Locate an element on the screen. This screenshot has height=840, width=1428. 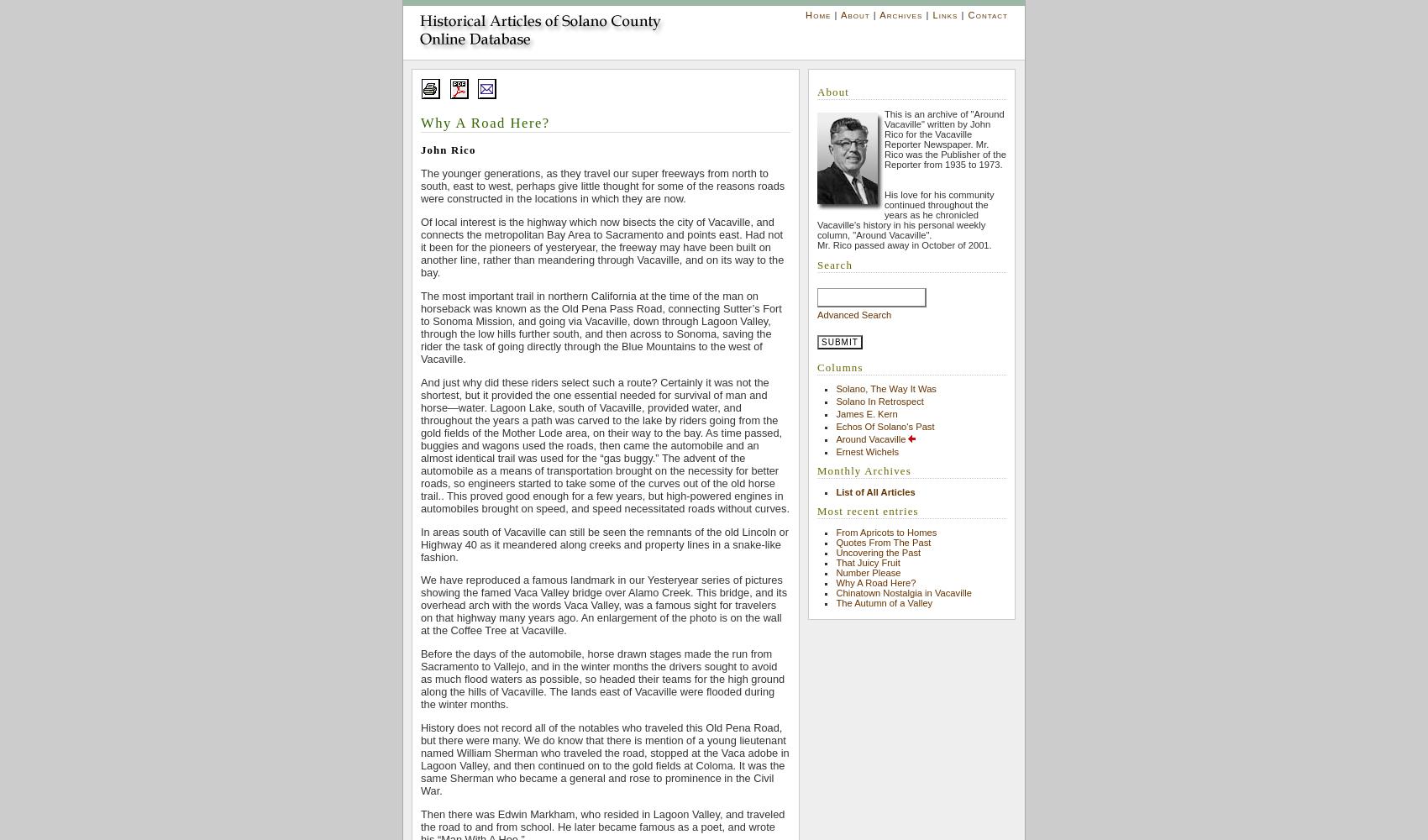
'Home' is located at coordinates (816, 15).